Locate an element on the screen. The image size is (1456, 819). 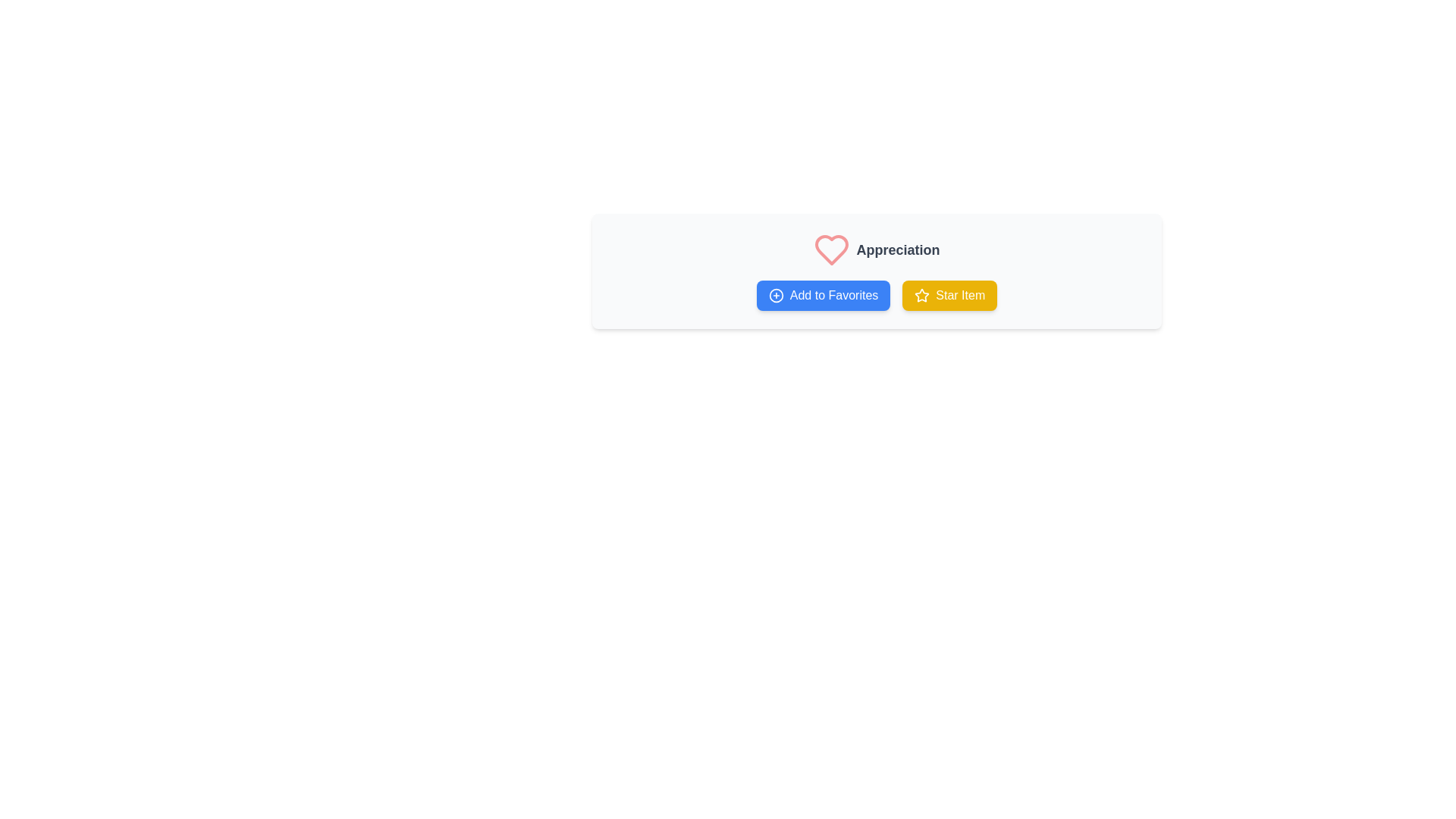
the 'Star Item' button is located at coordinates (949, 295).